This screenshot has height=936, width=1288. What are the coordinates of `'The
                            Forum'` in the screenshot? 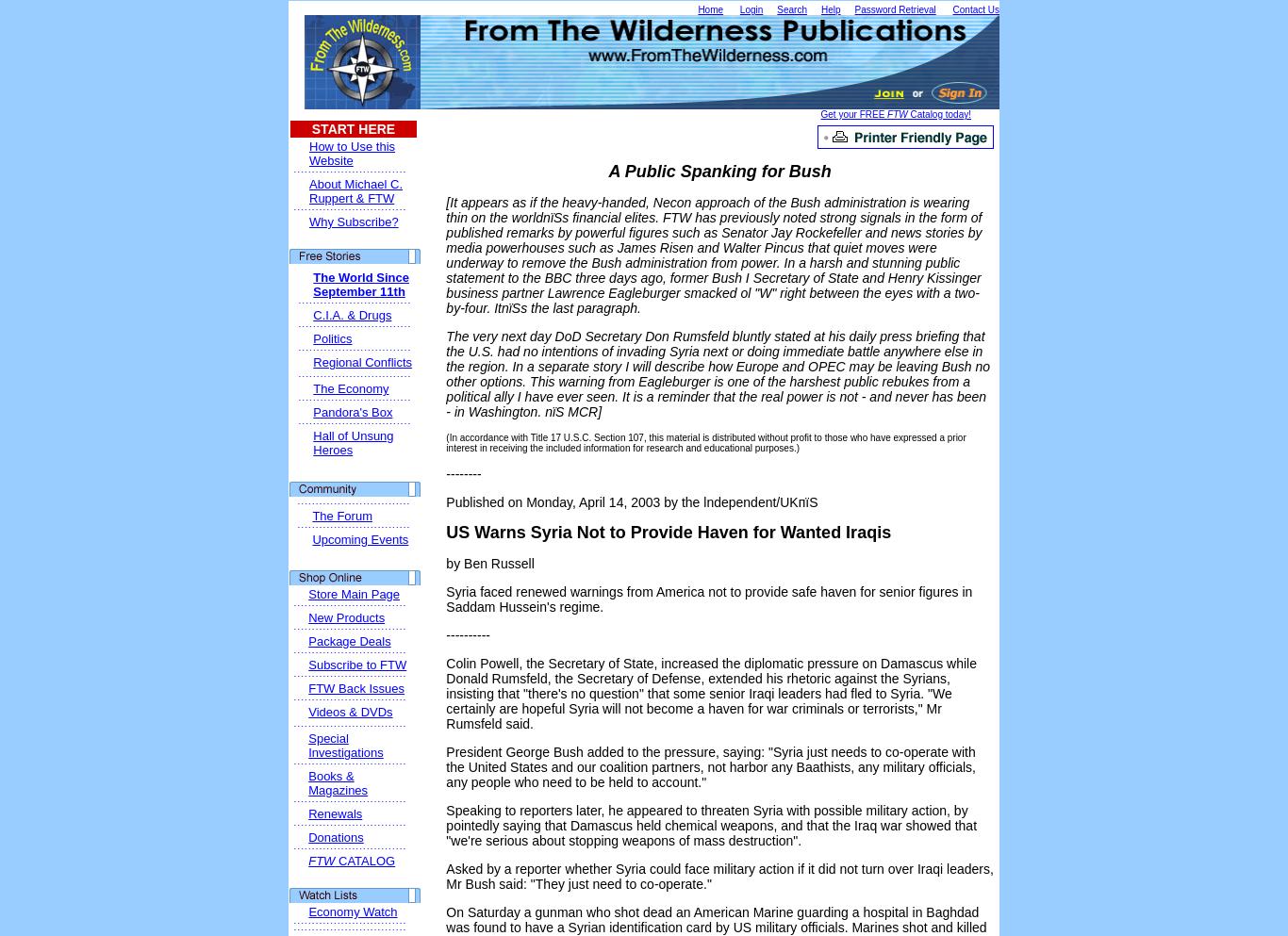 It's located at (311, 515).